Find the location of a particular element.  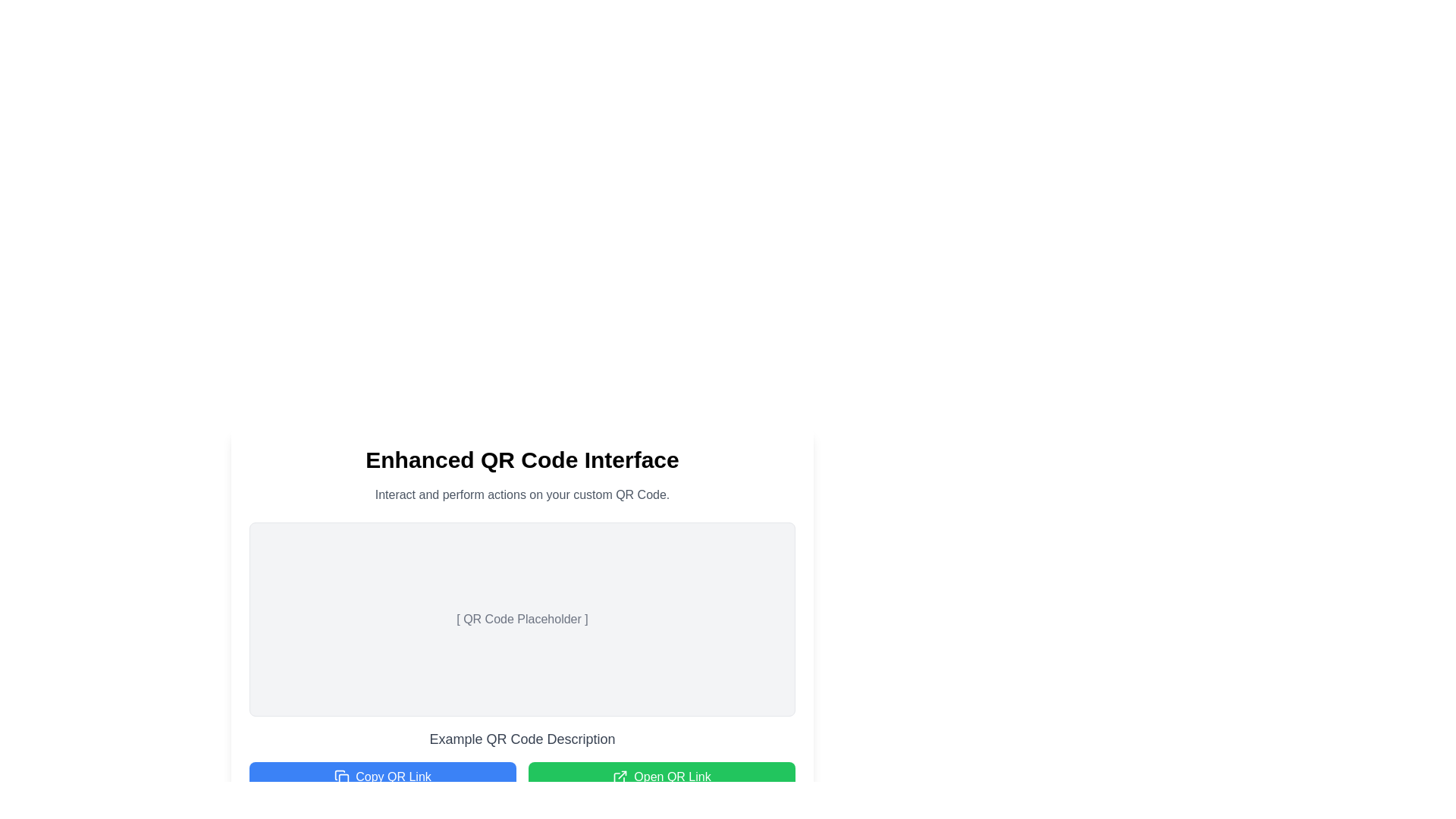

the button located in the second position of a two-column grid at the bottom of the interface is located at coordinates (662, 777).